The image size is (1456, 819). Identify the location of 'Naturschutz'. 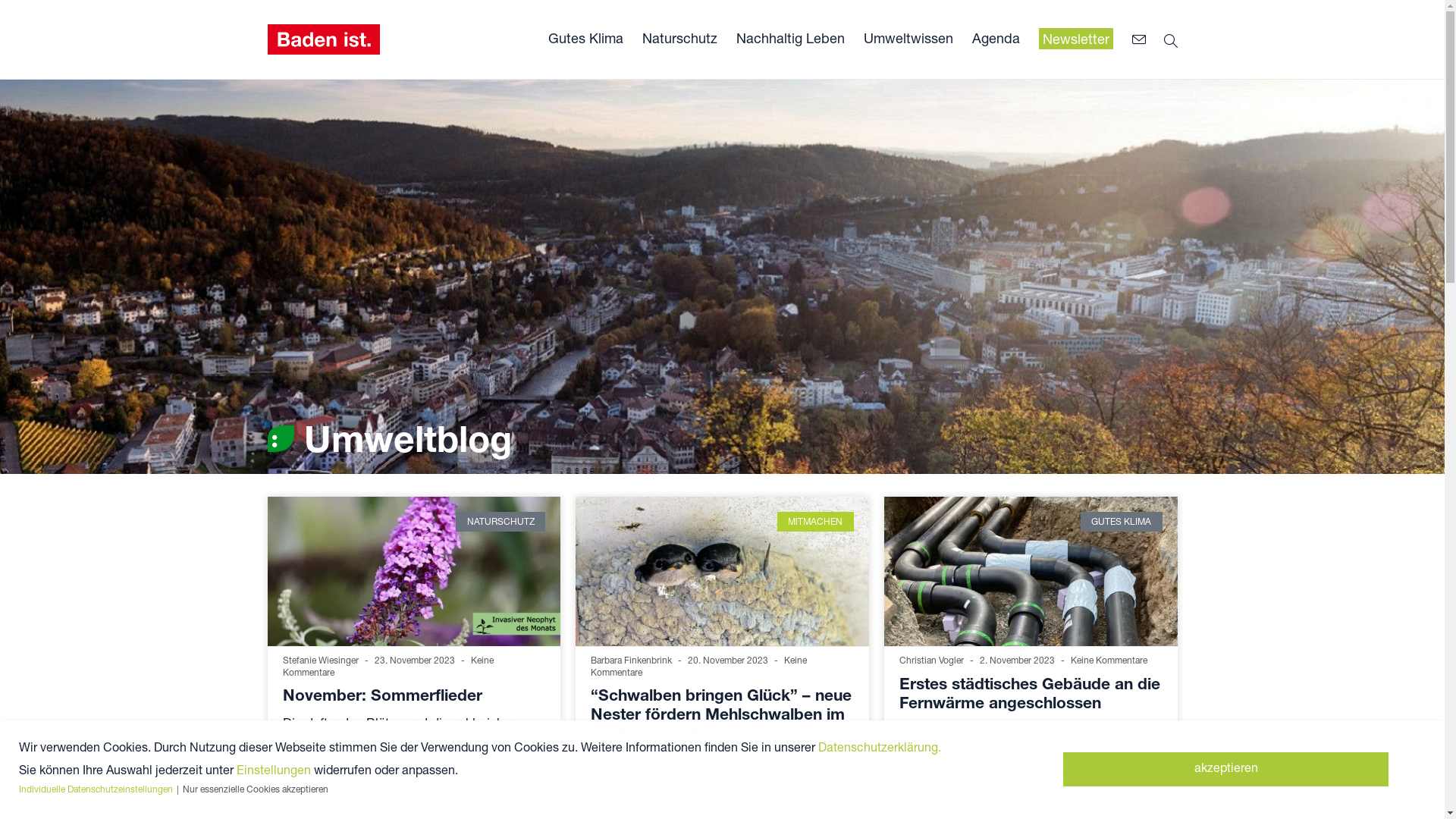
(678, 37).